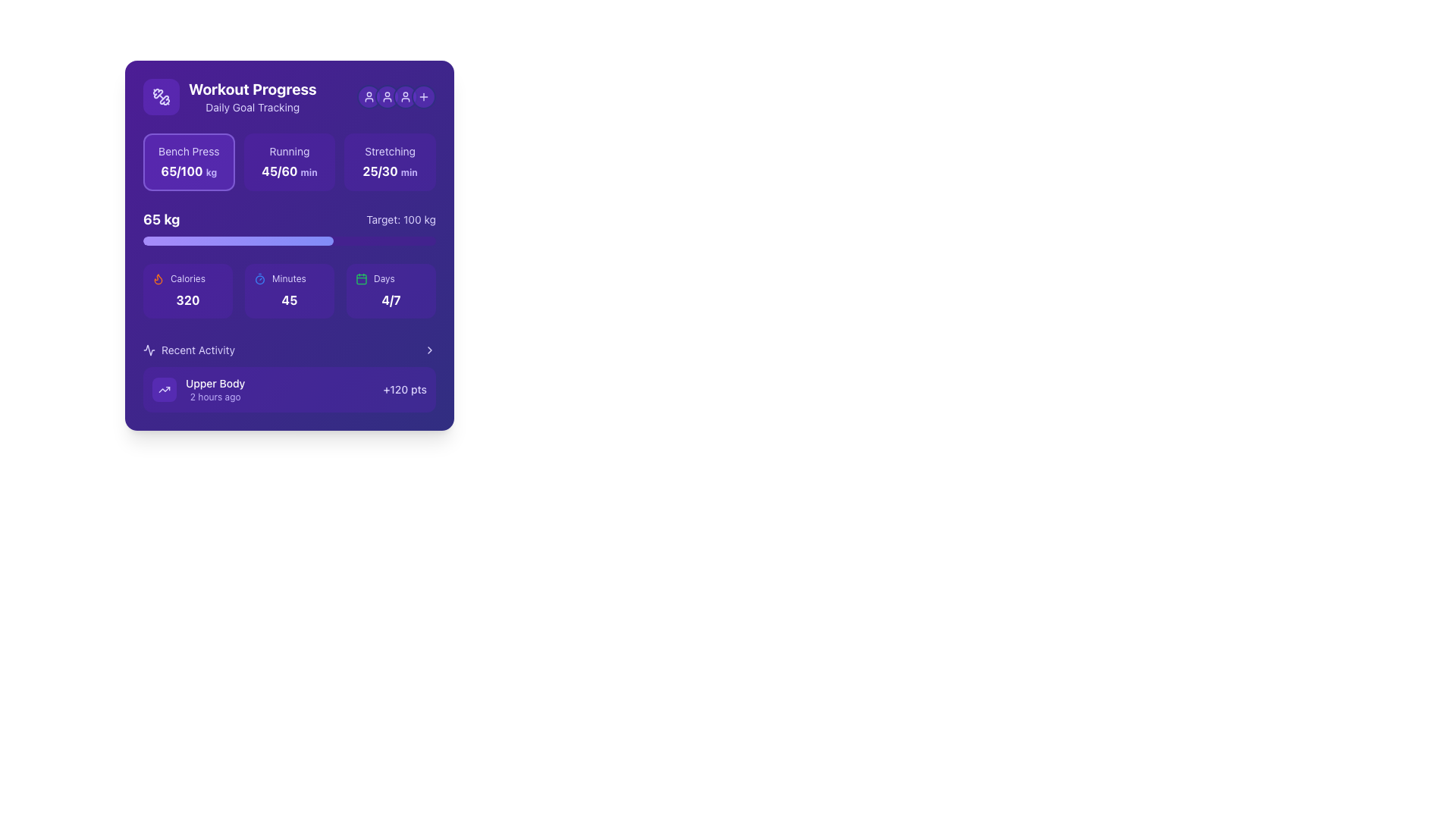 Image resolution: width=1456 pixels, height=819 pixels. What do you see at coordinates (428, 350) in the screenshot?
I see `the chevron-shaped icon pointing to the right, which is located at the far right of the 'Recent Activity' header within the card, near the top-right edge` at bounding box center [428, 350].